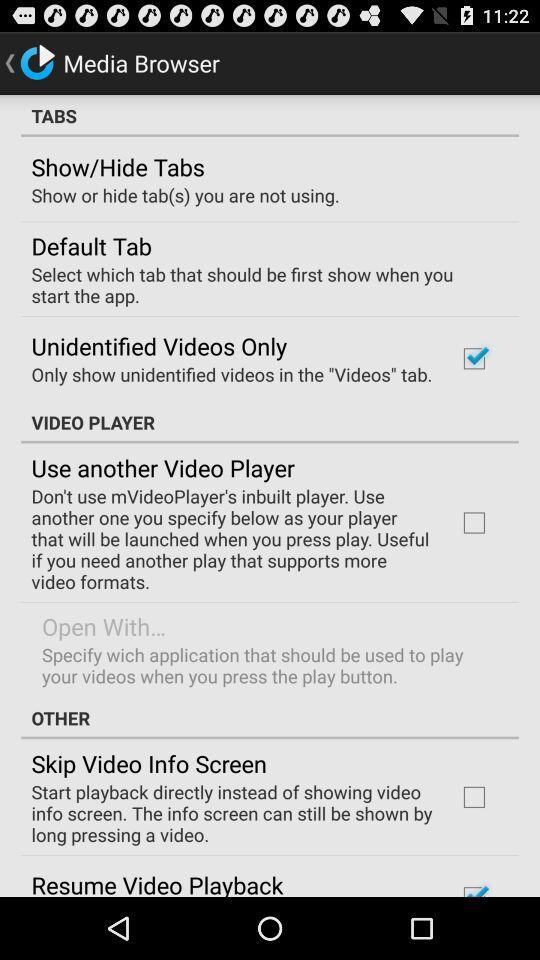  Describe the element at coordinates (230, 813) in the screenshot. I see `the item above resume video playback item` at that location.